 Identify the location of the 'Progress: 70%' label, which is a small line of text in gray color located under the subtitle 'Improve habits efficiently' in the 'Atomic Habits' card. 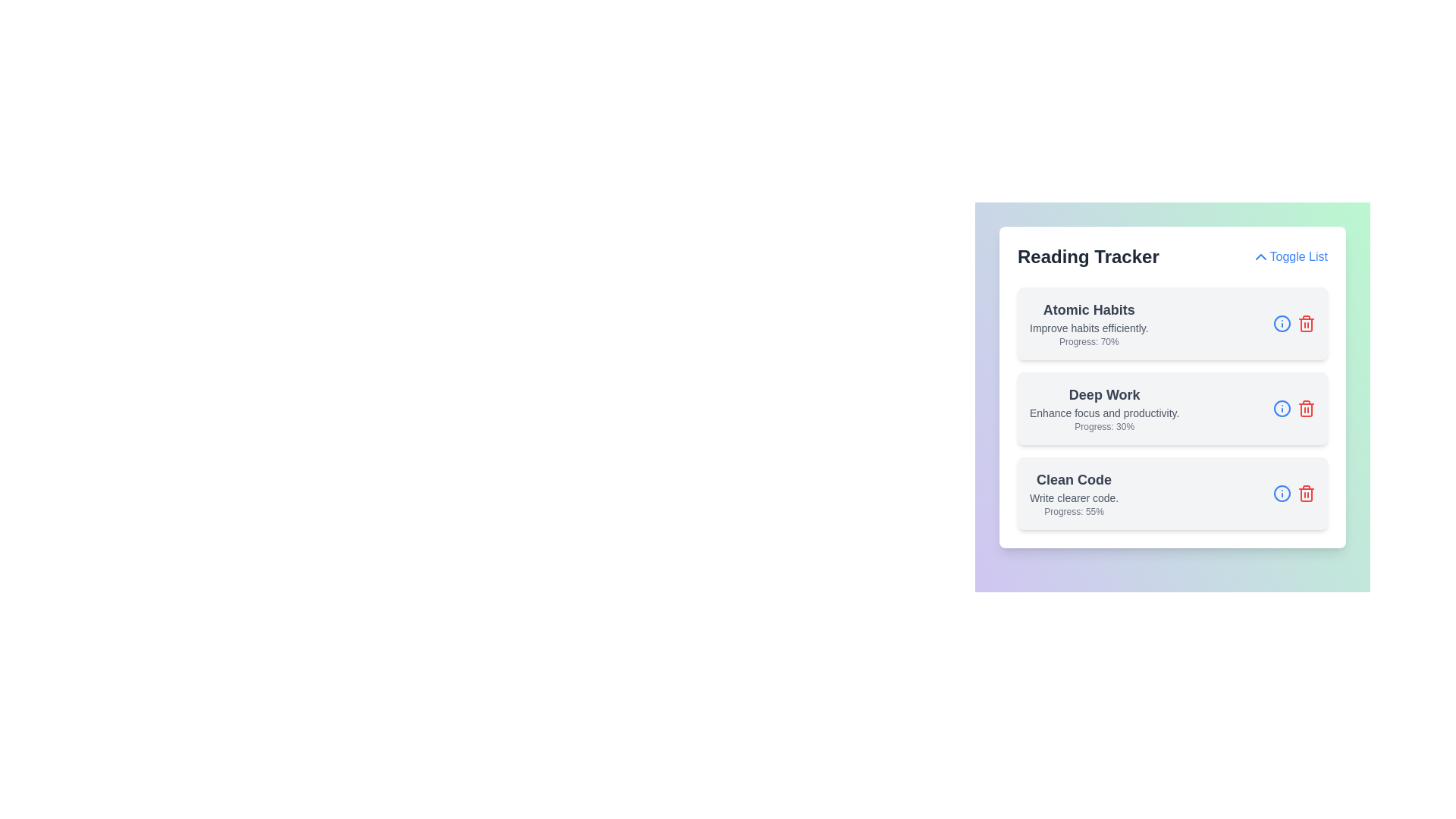
(1088, 342).